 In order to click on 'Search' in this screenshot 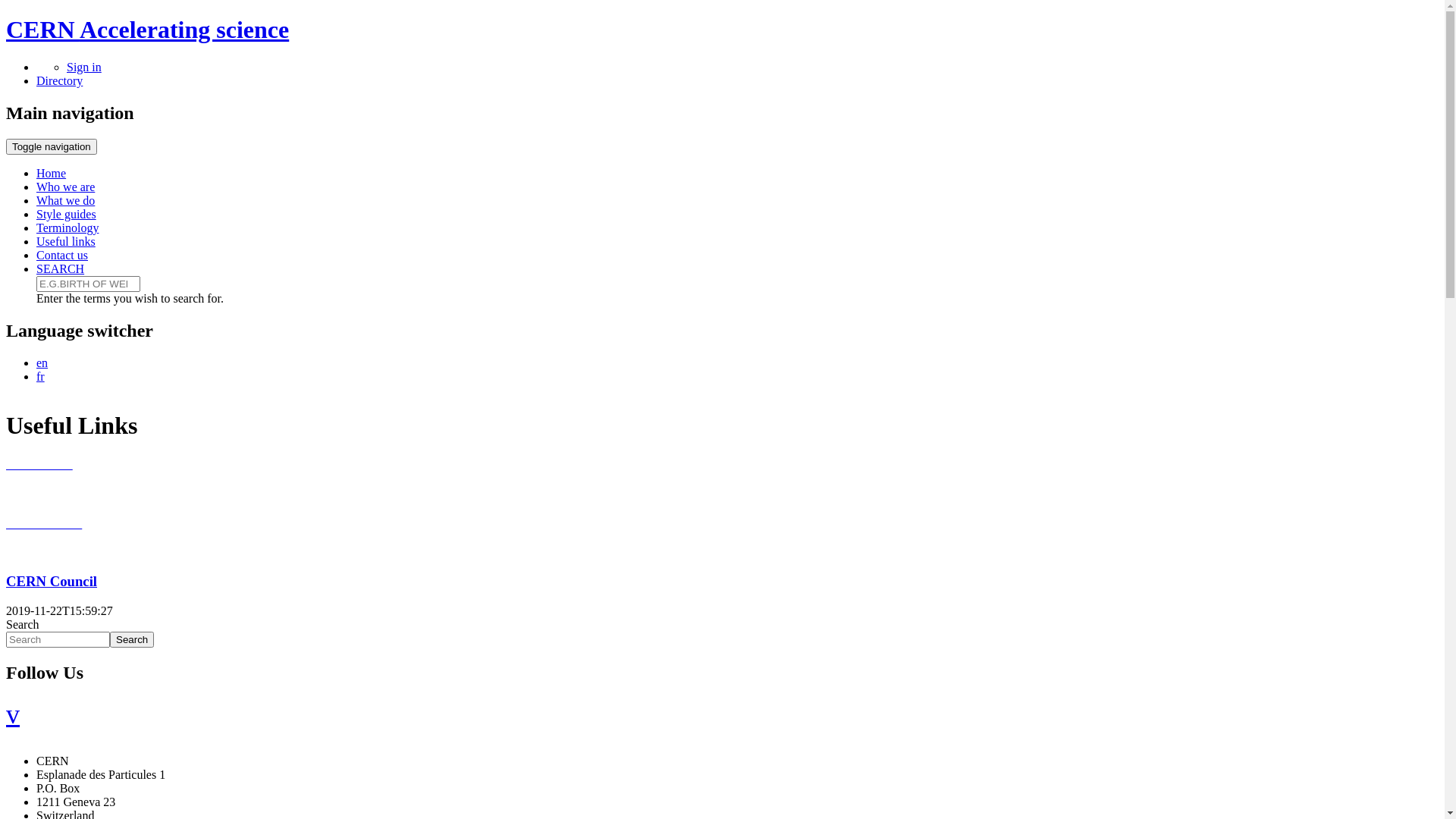, I will do `click(131, 639)`.